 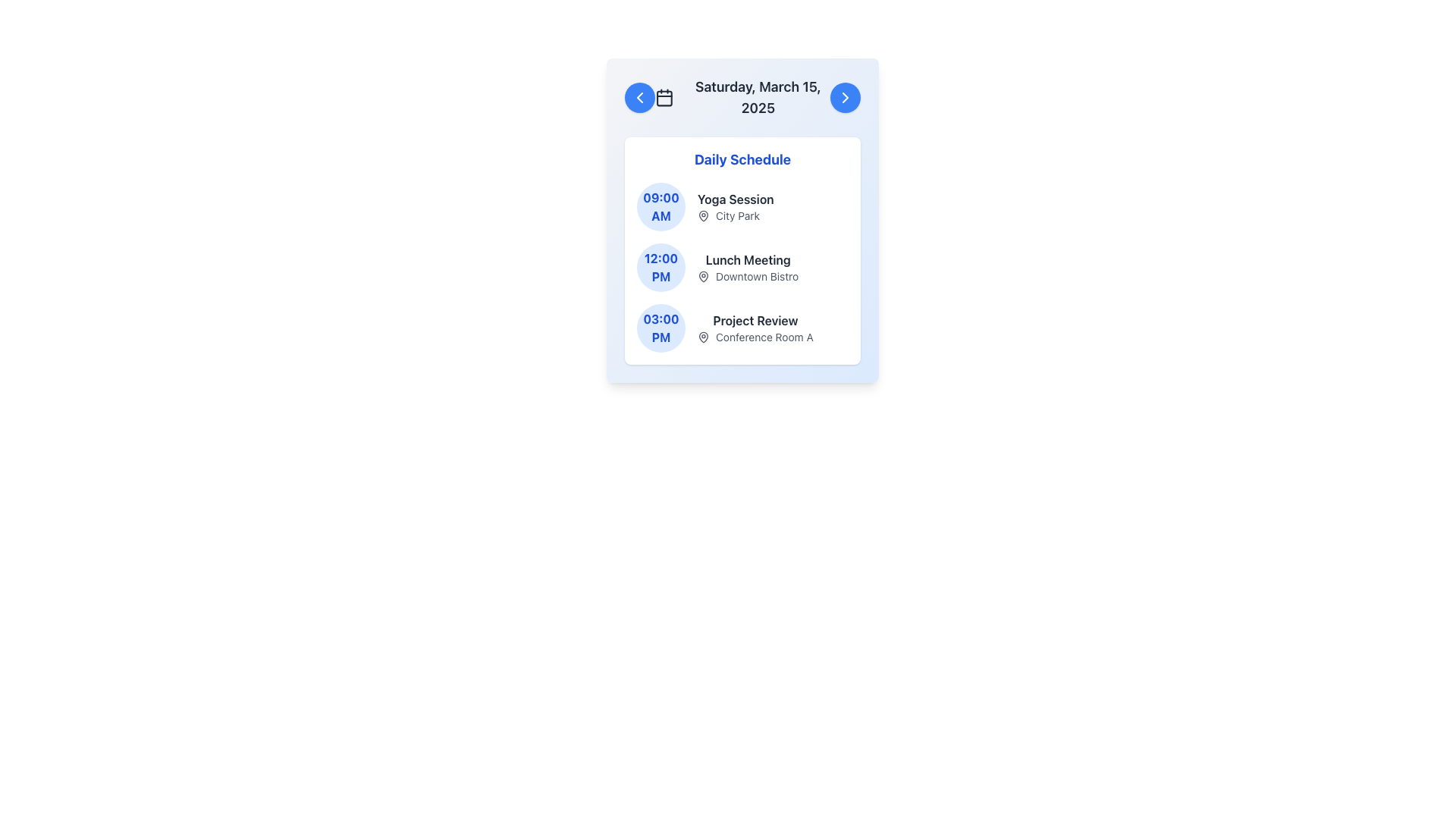 What do you see at coordinates (844, 97) in the screenshot?
I see `the right-pointing chevron icon within the circular blue button located at the top-right corner of the header bar` at bounding box center [844, 97].